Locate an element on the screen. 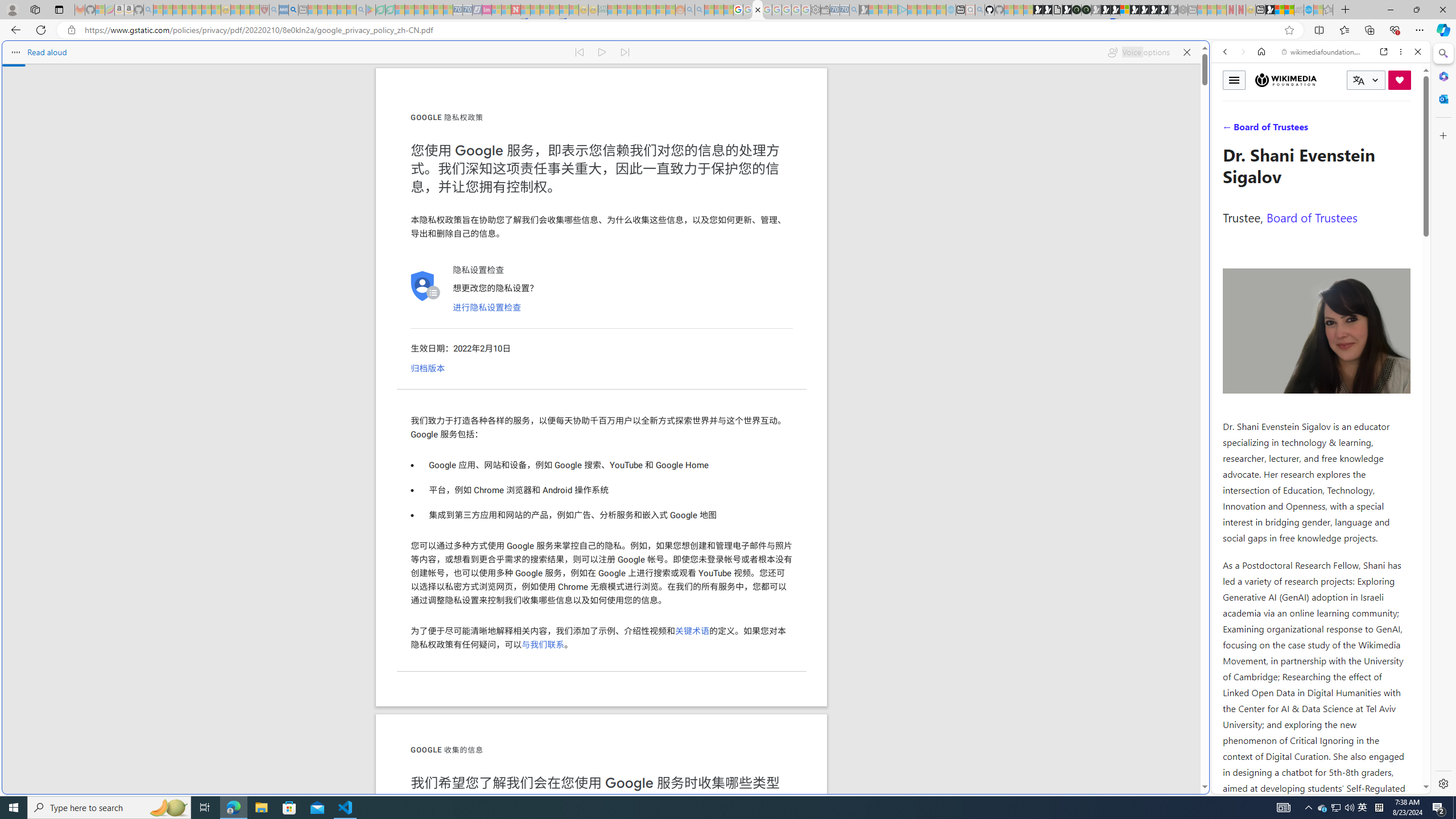 This screenshot has height=819, width=1456. 'Class: i icon icon-translate language-switcher__icon' is located at coordinates (1358, 80).